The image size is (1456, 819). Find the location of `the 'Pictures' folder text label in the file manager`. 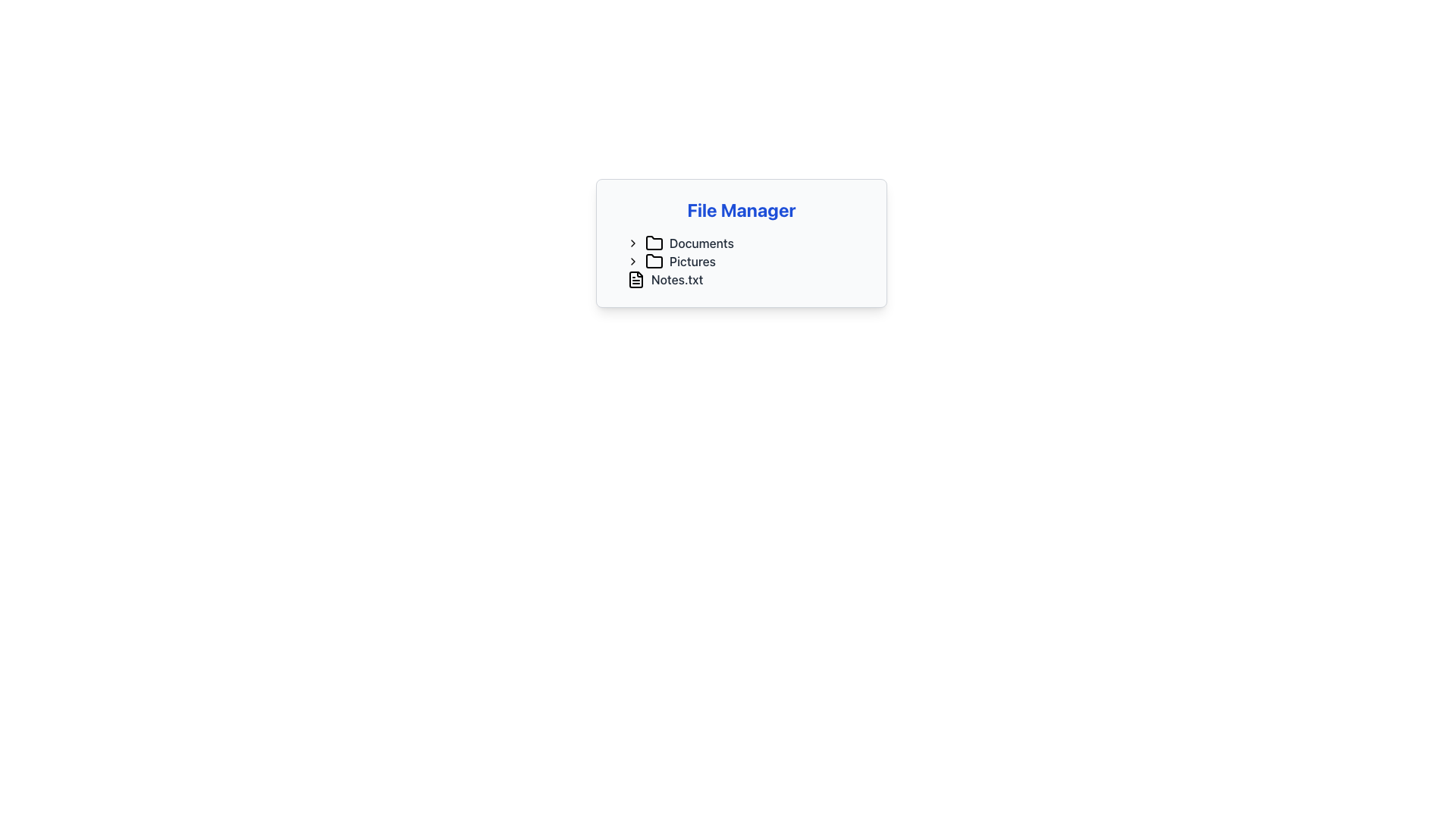

the 'Pictures' folder text label in the file manager is located at coordinates (692, 260).